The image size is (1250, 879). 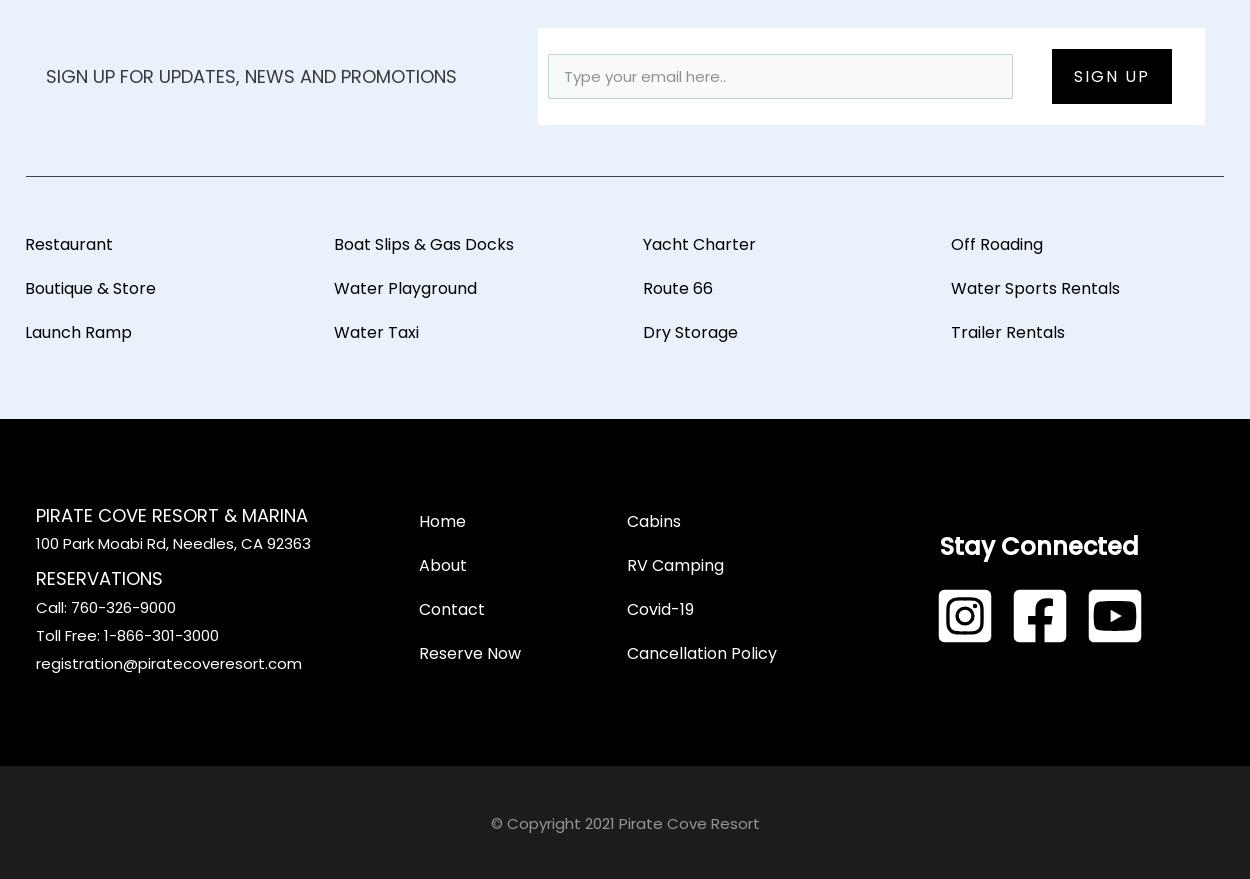 What do you see at coordinates (98, 576) in the screenshot?
I see `'Reservations'` at bounding box center [98, 576].